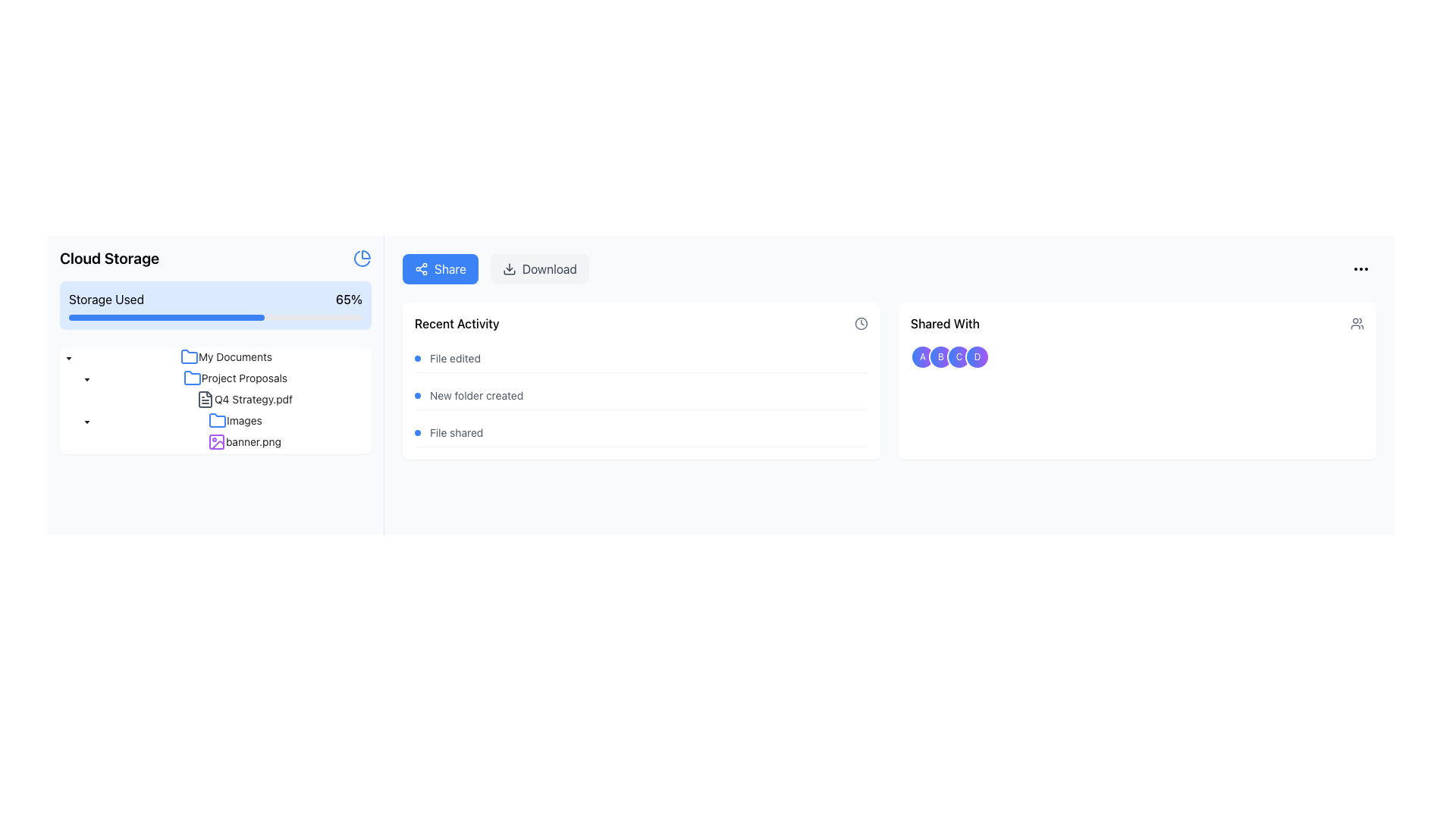  I want to click on the 'Images' label located within the tree structure under the 'Cloud Storage' section, so click(244, 420).